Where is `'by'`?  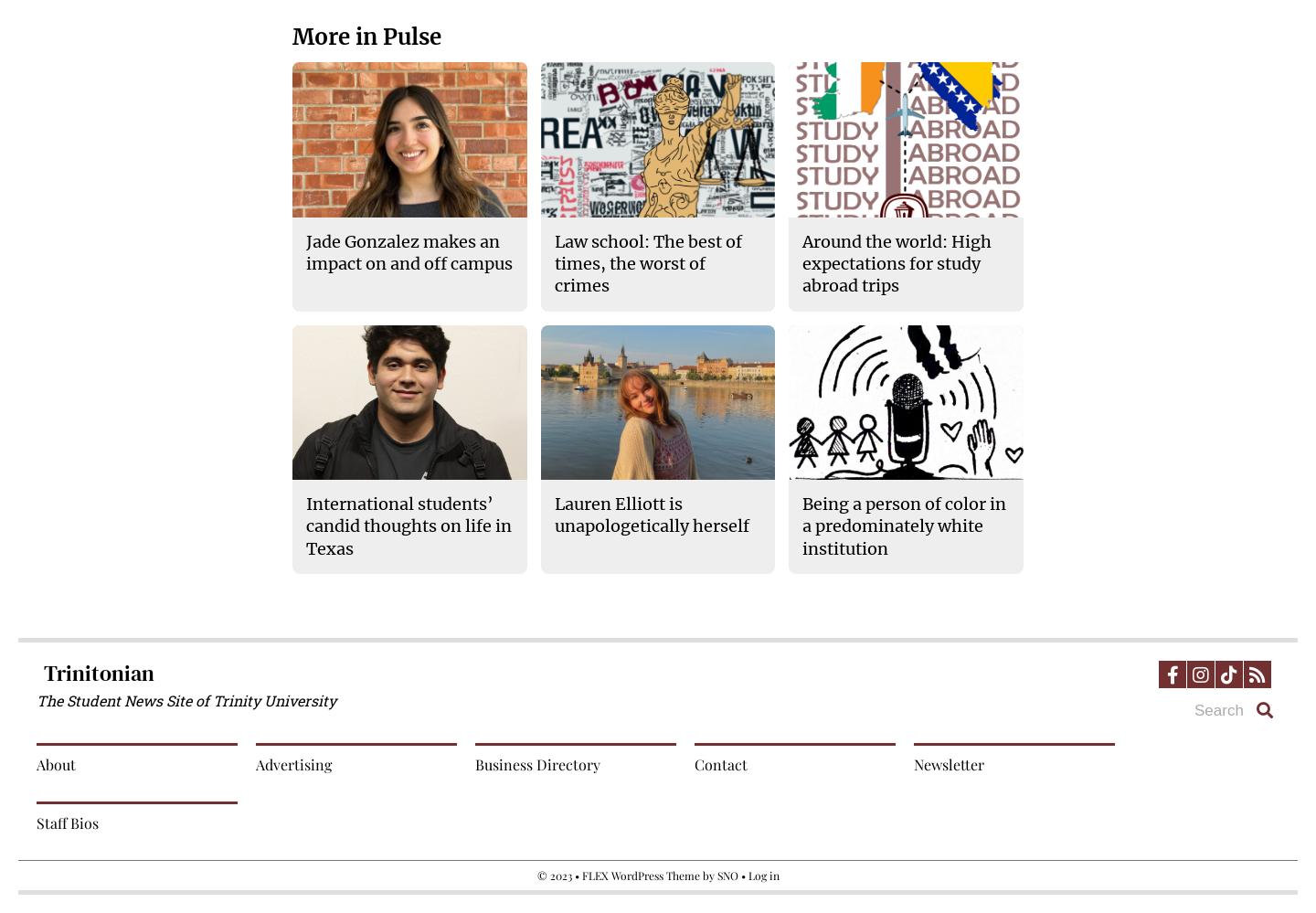
'by' is located at coordinates (706, 874).